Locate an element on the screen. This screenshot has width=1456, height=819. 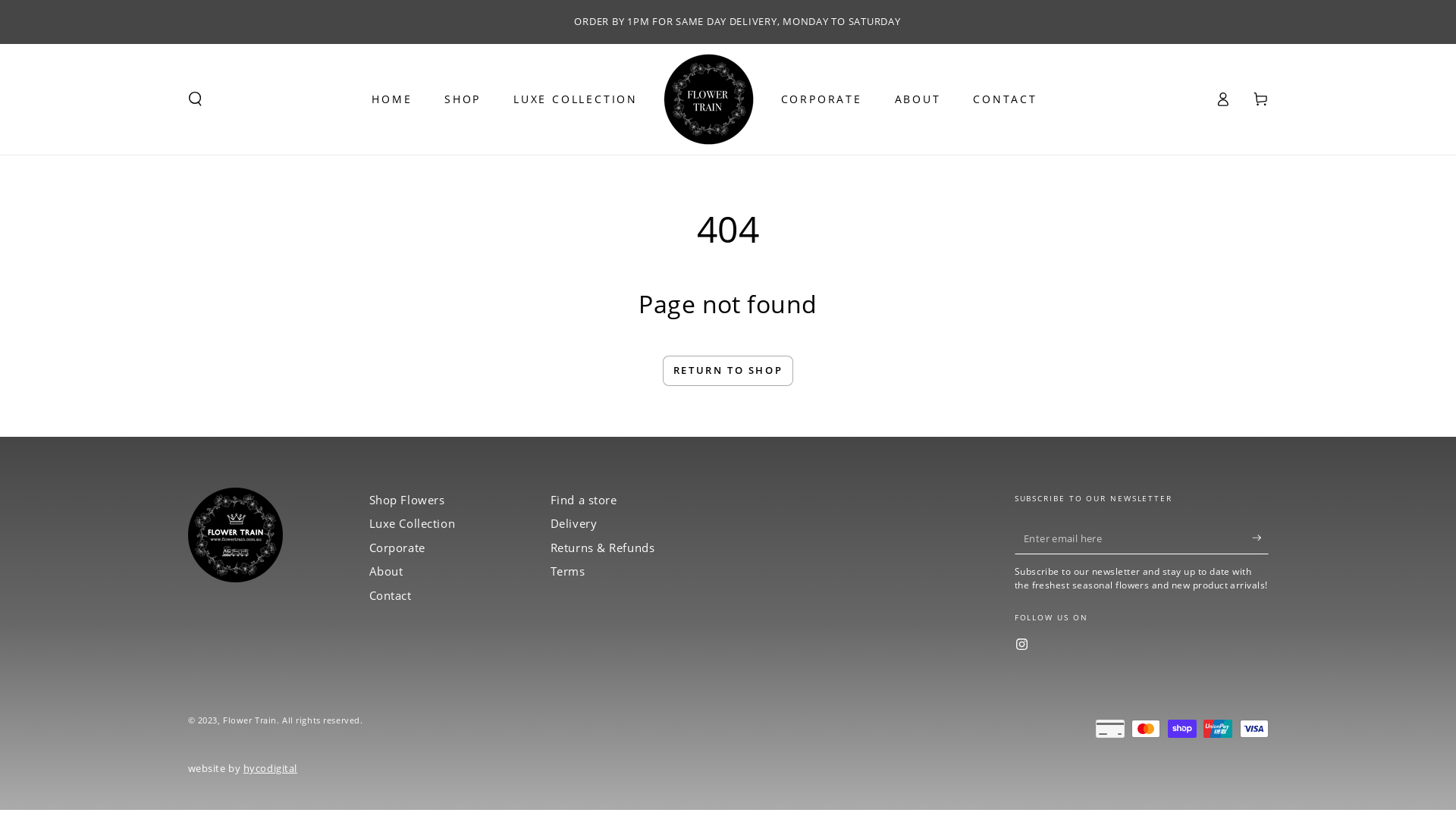
'RETURN TO SHOP' is located at coordinates (662, 370).